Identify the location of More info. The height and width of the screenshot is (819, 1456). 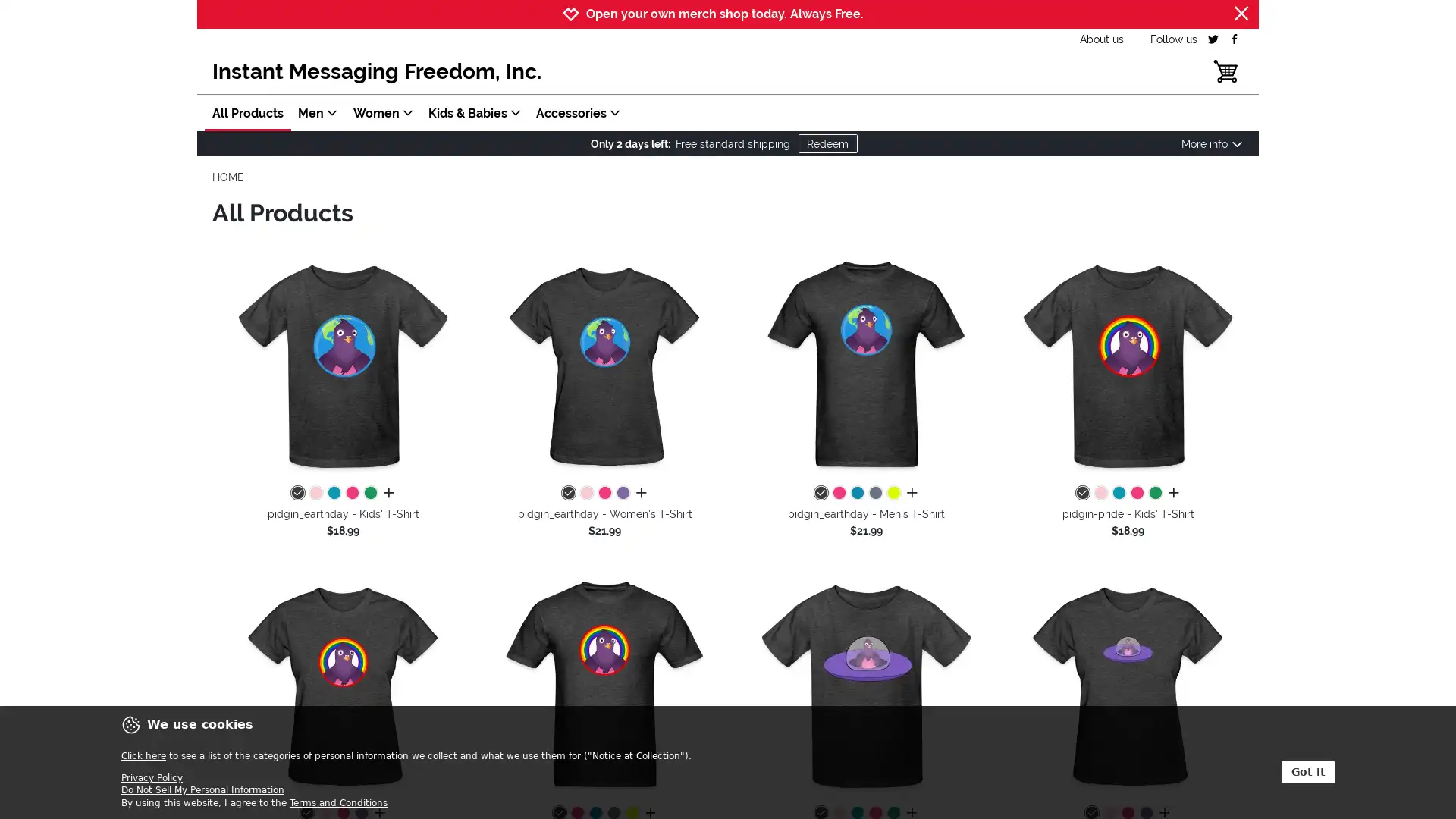
(1211, 143).